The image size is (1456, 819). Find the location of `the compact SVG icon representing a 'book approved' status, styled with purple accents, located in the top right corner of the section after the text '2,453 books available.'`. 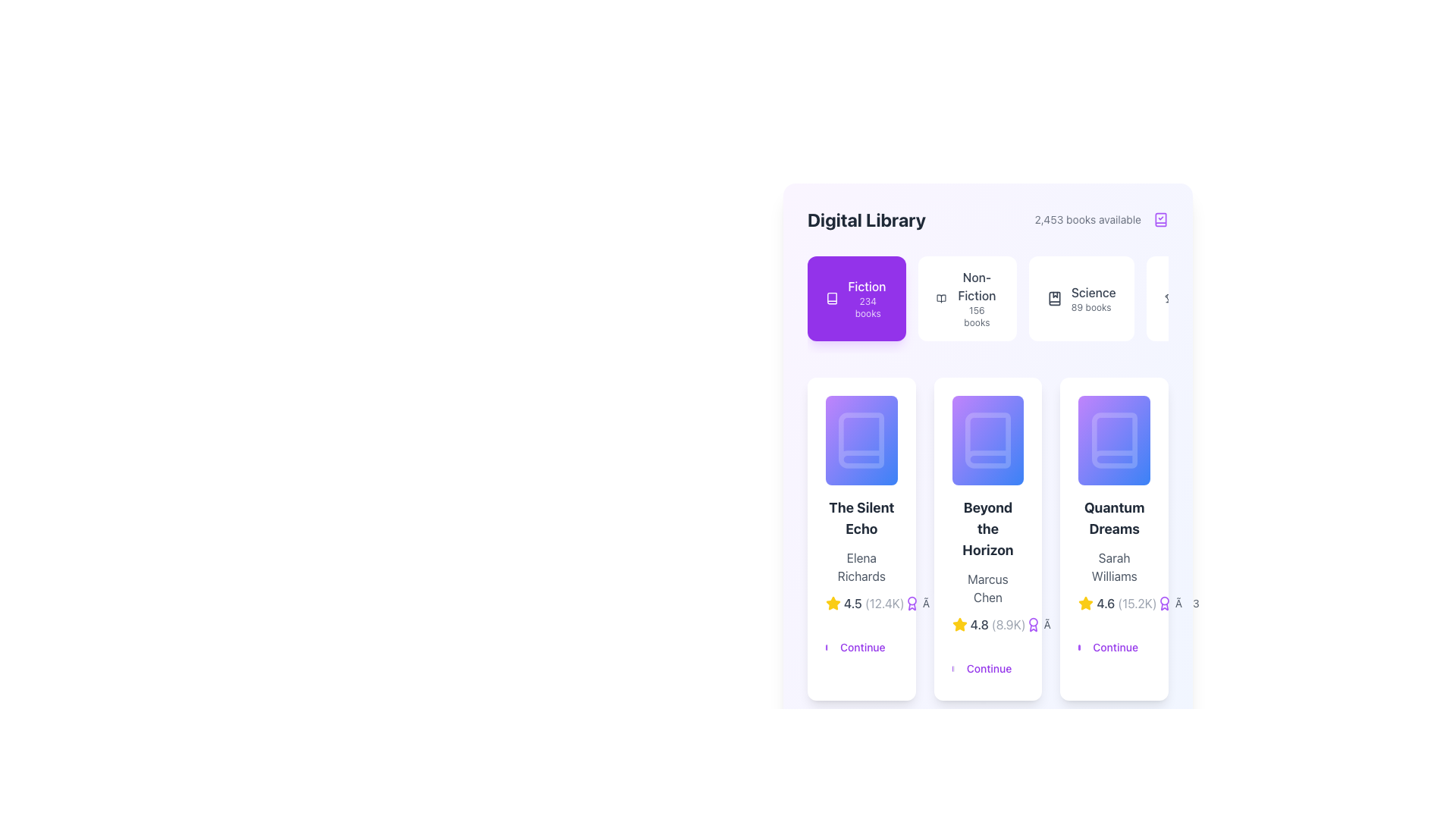

the compact SVG icon representing a 'book approved' status, styled with purple accents, located in the top right corner of the section after the text '2,453 books available.' is located at coordinates (1160, 219).